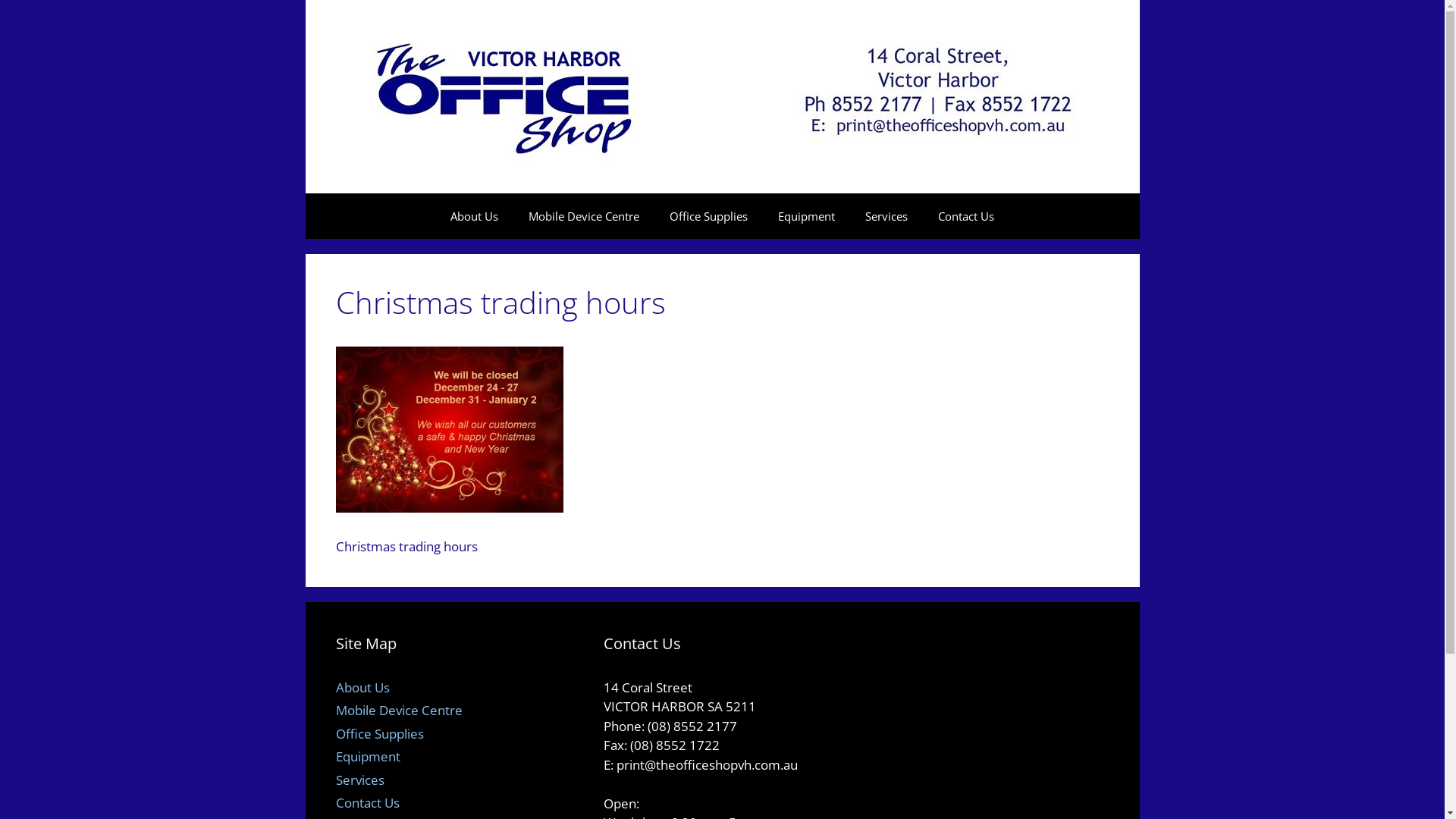 Image resolution: width=1456 pixels, height=819 pixels. Describe the element at coordinates (378, 733) in the screenshot. I see `'Office Supplies'` at that location.